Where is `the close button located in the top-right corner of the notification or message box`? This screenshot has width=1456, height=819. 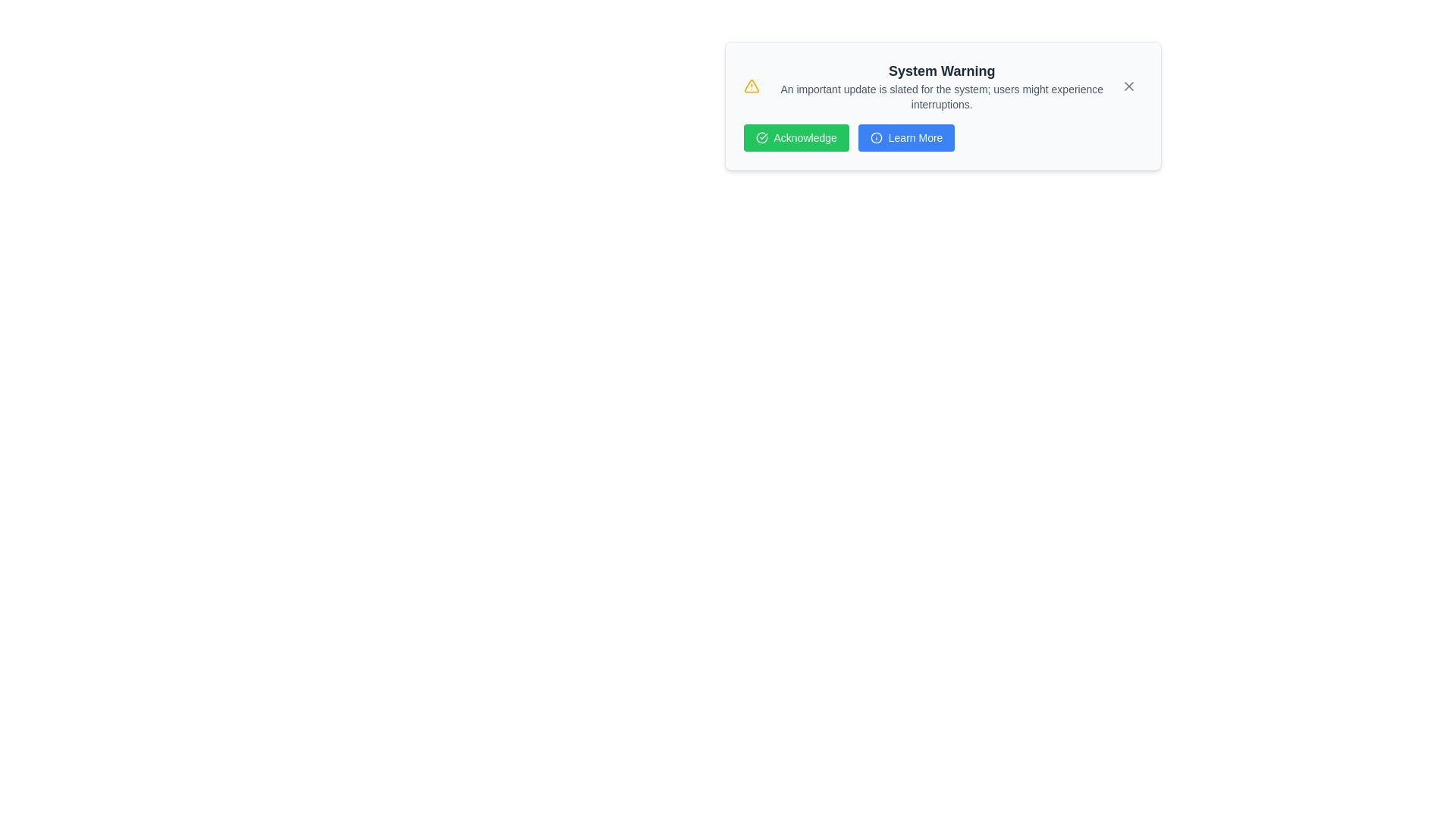 the close button located in the top-right corner of the notification or message box is located at coordinates (1128, 86).